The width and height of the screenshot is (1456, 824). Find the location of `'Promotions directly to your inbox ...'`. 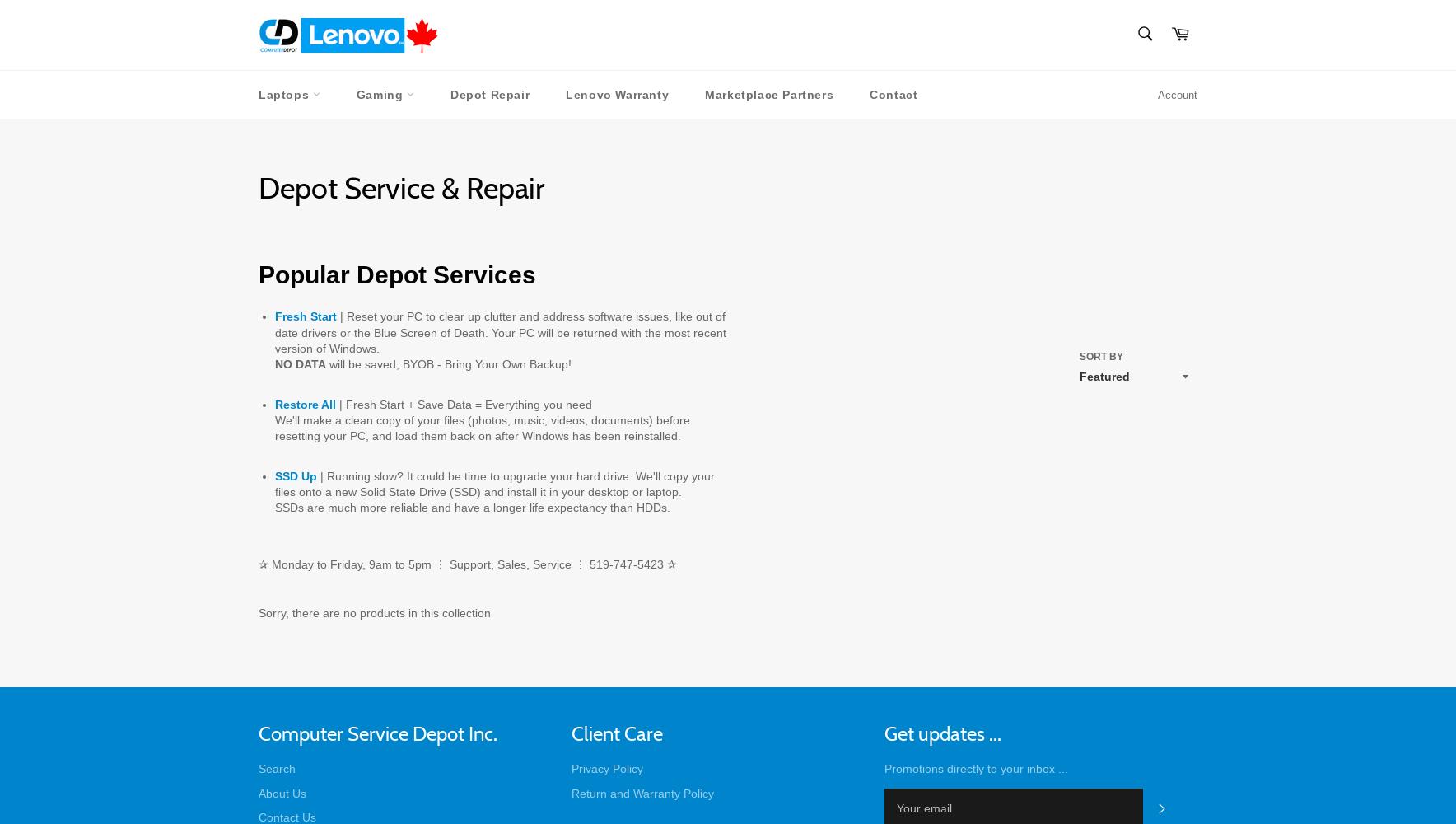

'Promotions directly to your inbox ...' is located at coordinates (976, 769).